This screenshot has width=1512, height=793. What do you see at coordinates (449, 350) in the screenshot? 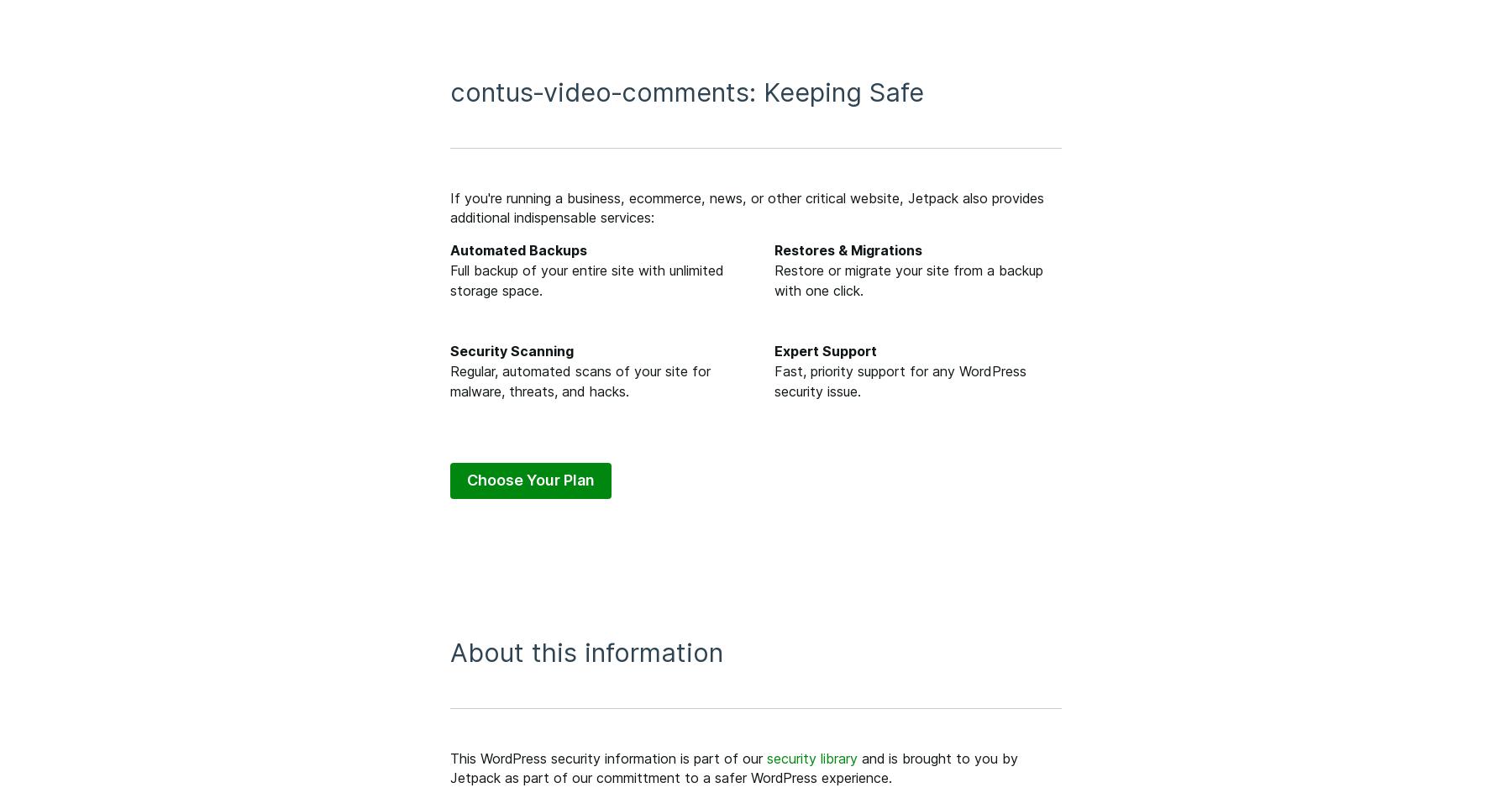
I see `'Security Scanning'` at bounding box center [449, 350].